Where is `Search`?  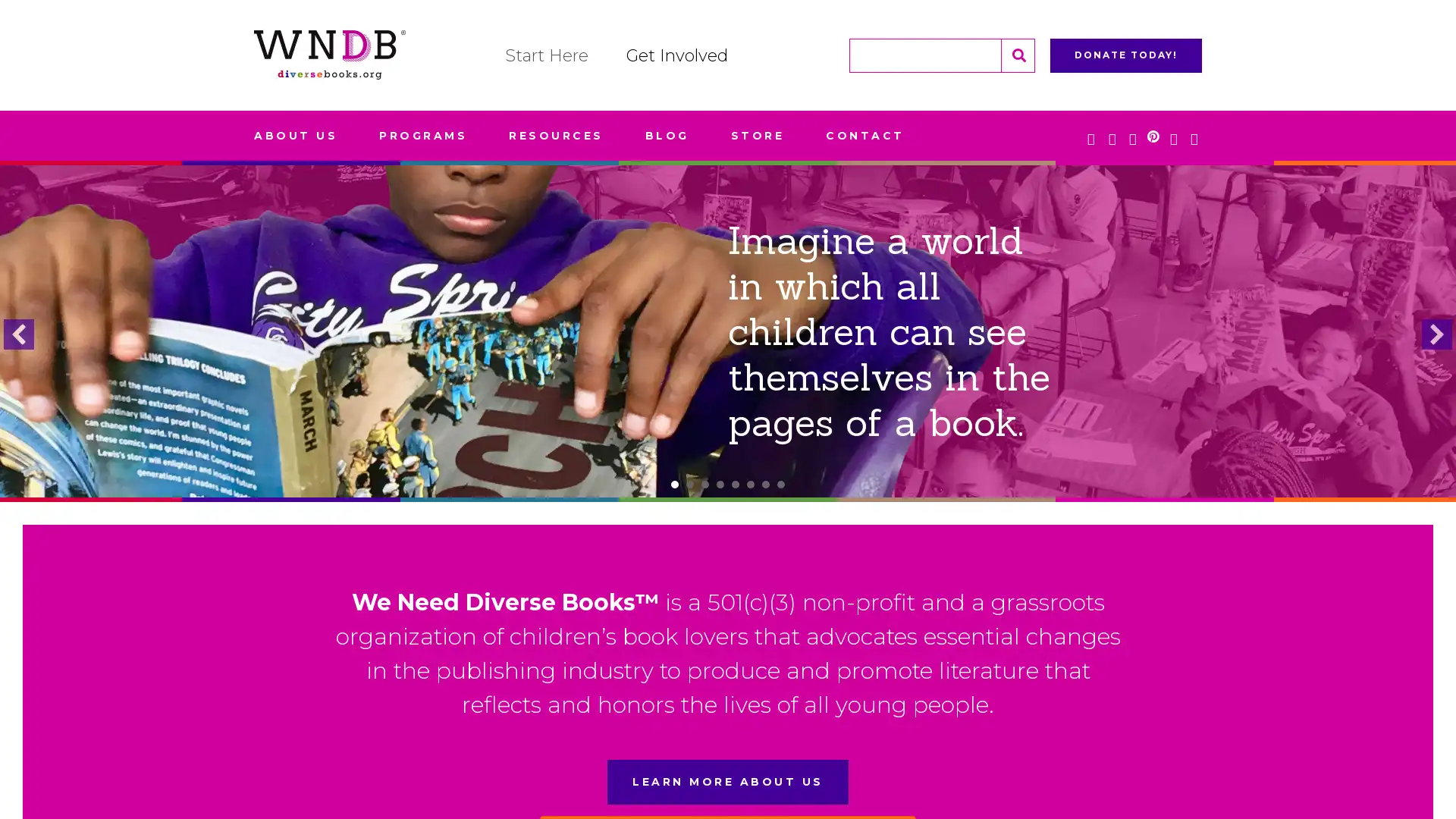
Search is located at coordinates (1018, 54).